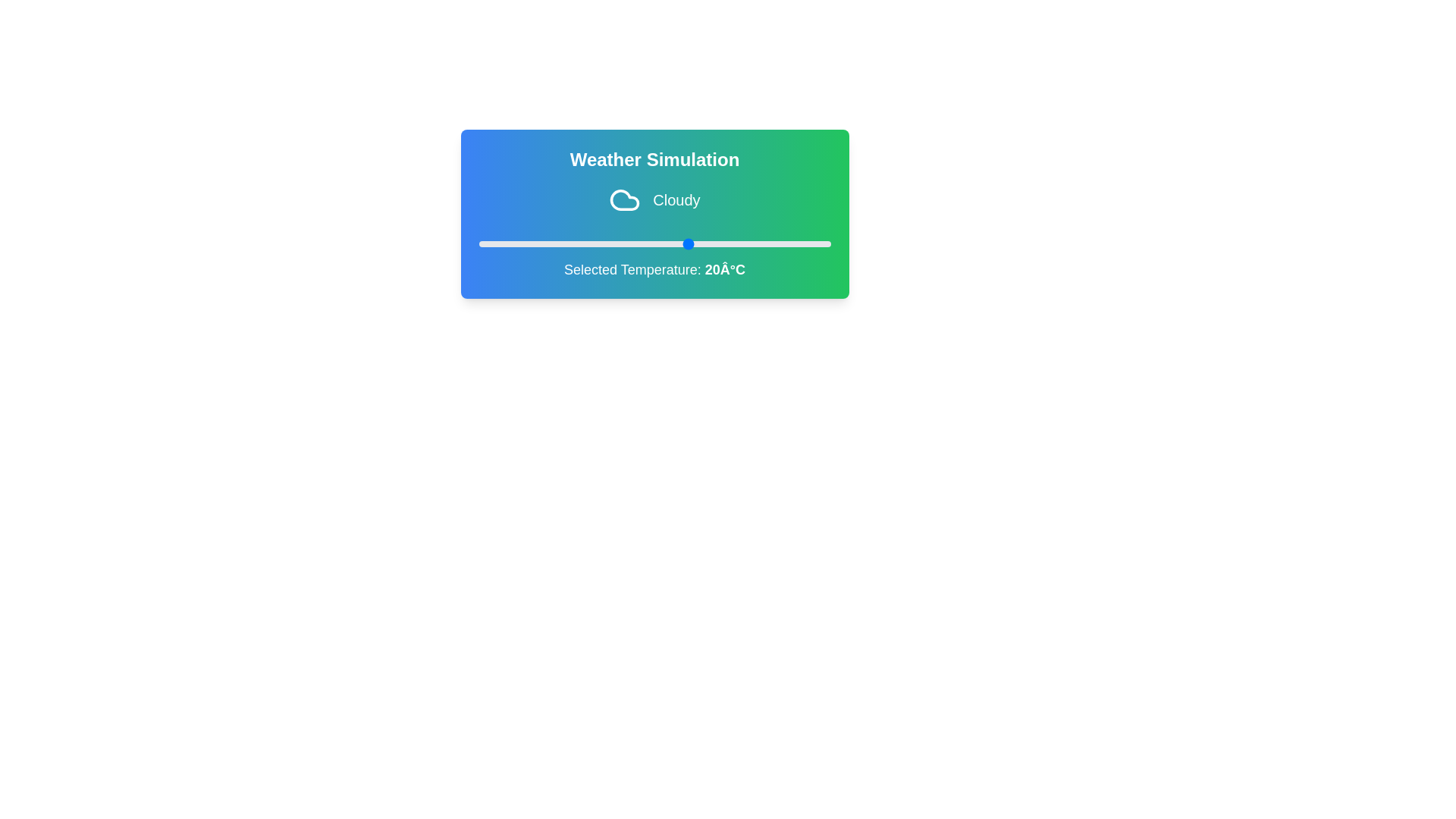 This screenshot has height=819, width=1456. I want to click on the Text Label displaying the selected temperature value, which is part of the sentence 'Selected Temperature: 20°C', so click(724, 268).